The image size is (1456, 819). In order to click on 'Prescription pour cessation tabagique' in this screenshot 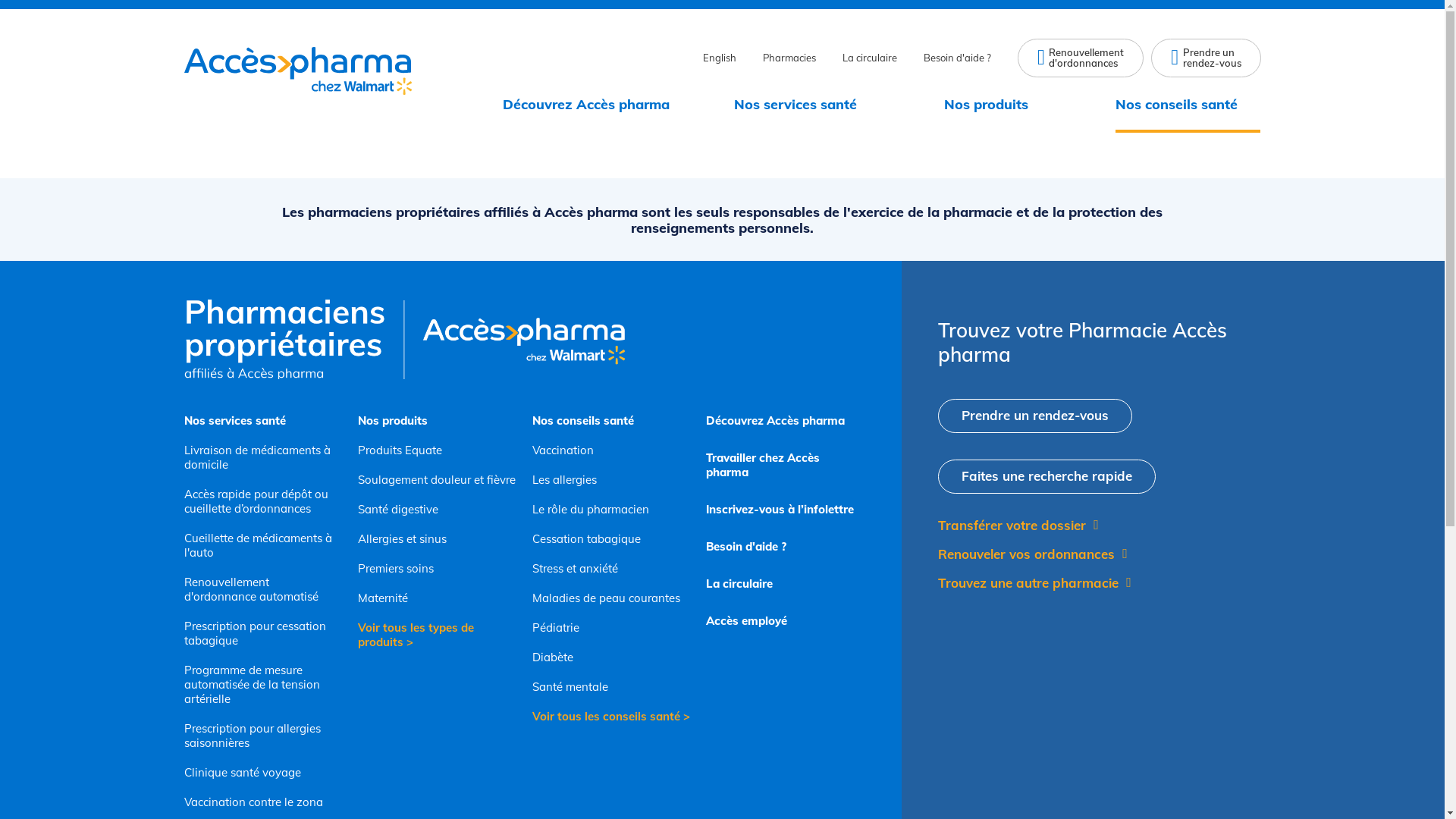, I will do `click(262, 632)`.